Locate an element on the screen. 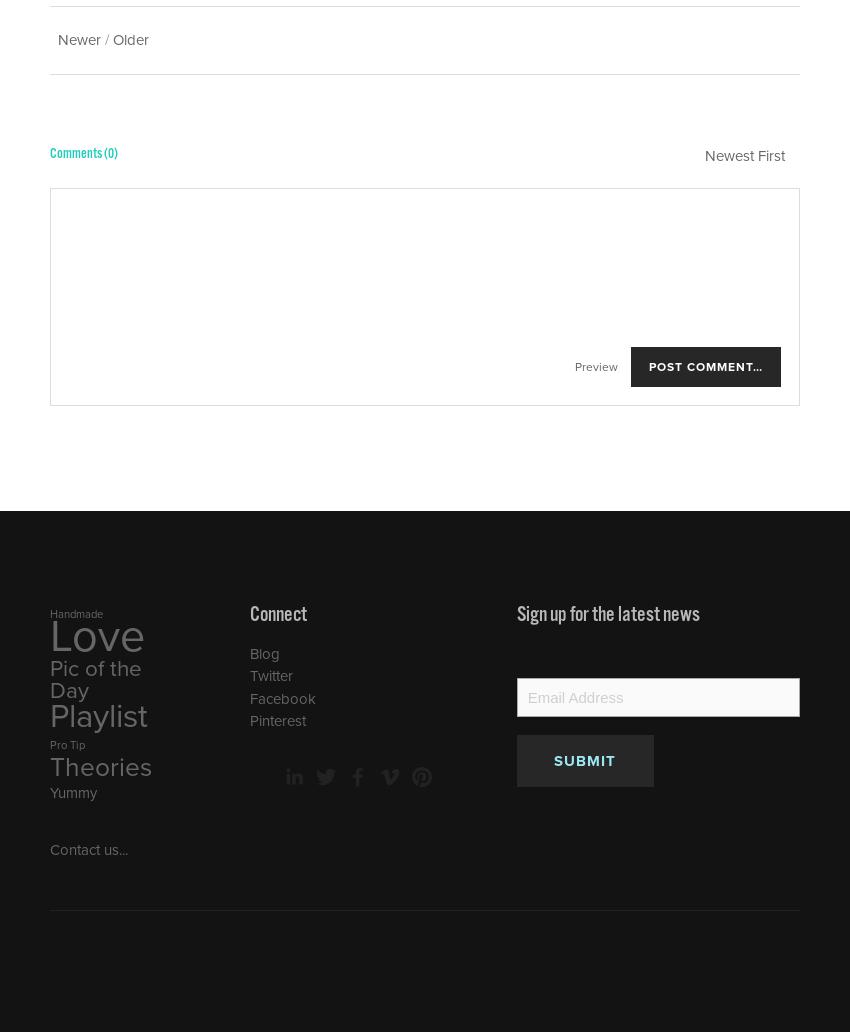 This screenshot has height=1032, width=850. 'Theories' is located at coordinates (99, 765).